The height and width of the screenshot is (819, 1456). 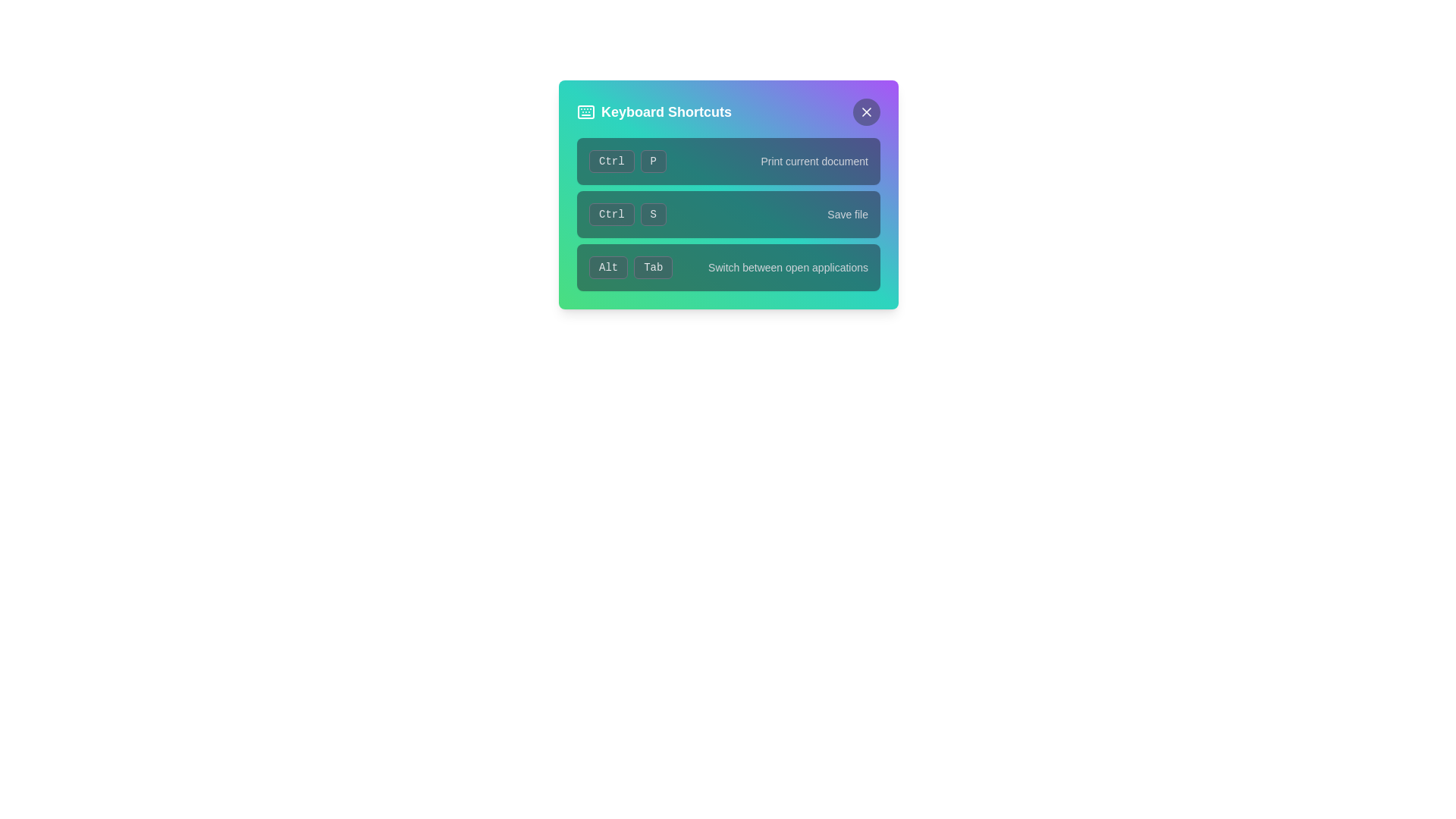 What do you see at coordinates (628, 214) in the screenshot?
I see `the keyboard shortcut label for 'Save file' which displays 'Ctrl S' in the second row of keyboard shortcuts` at bounding box center [628, 214].